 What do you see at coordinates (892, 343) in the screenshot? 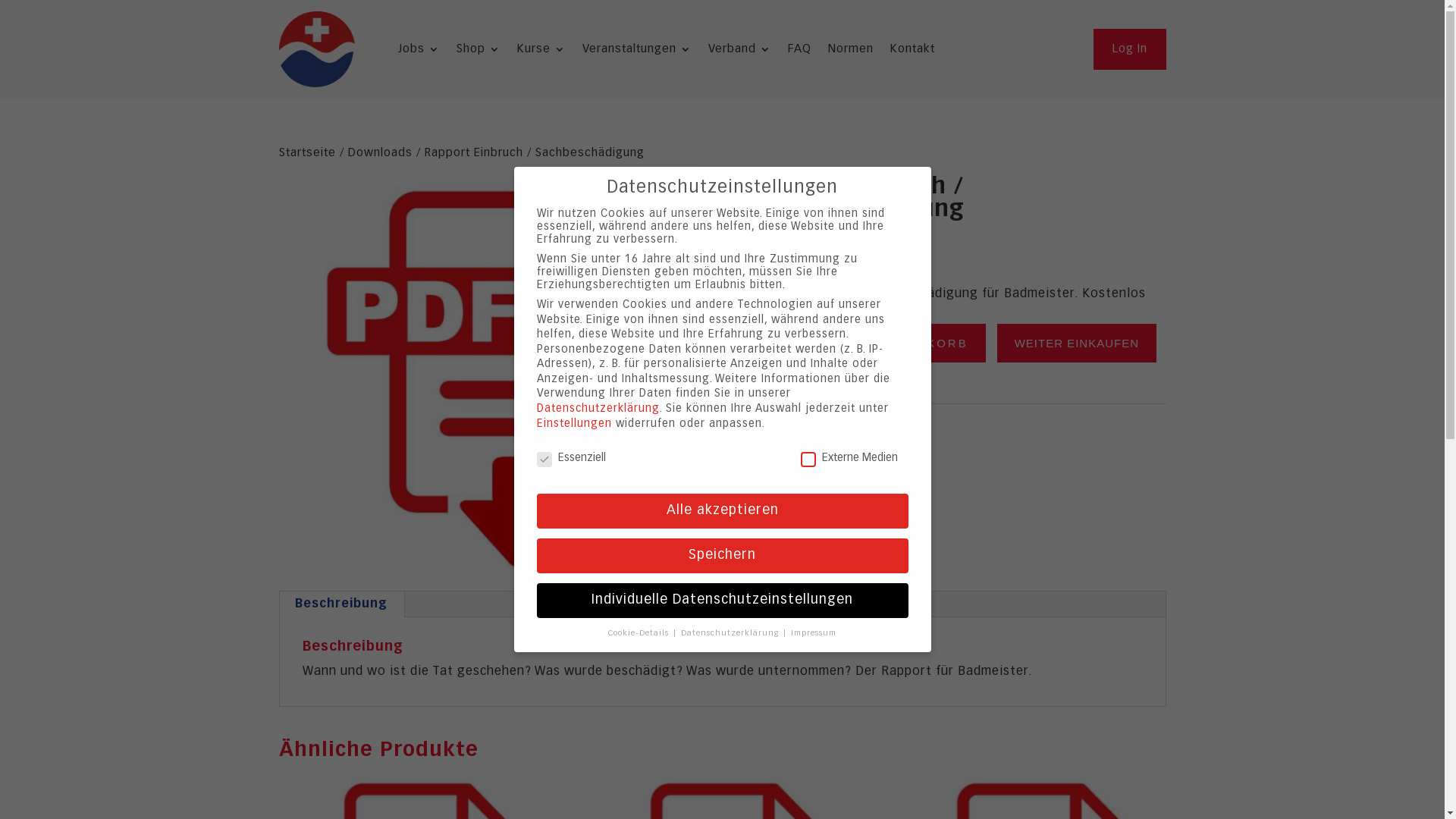
I see `'IN DEN WARENKORB'` at bounding box center [892, 343].